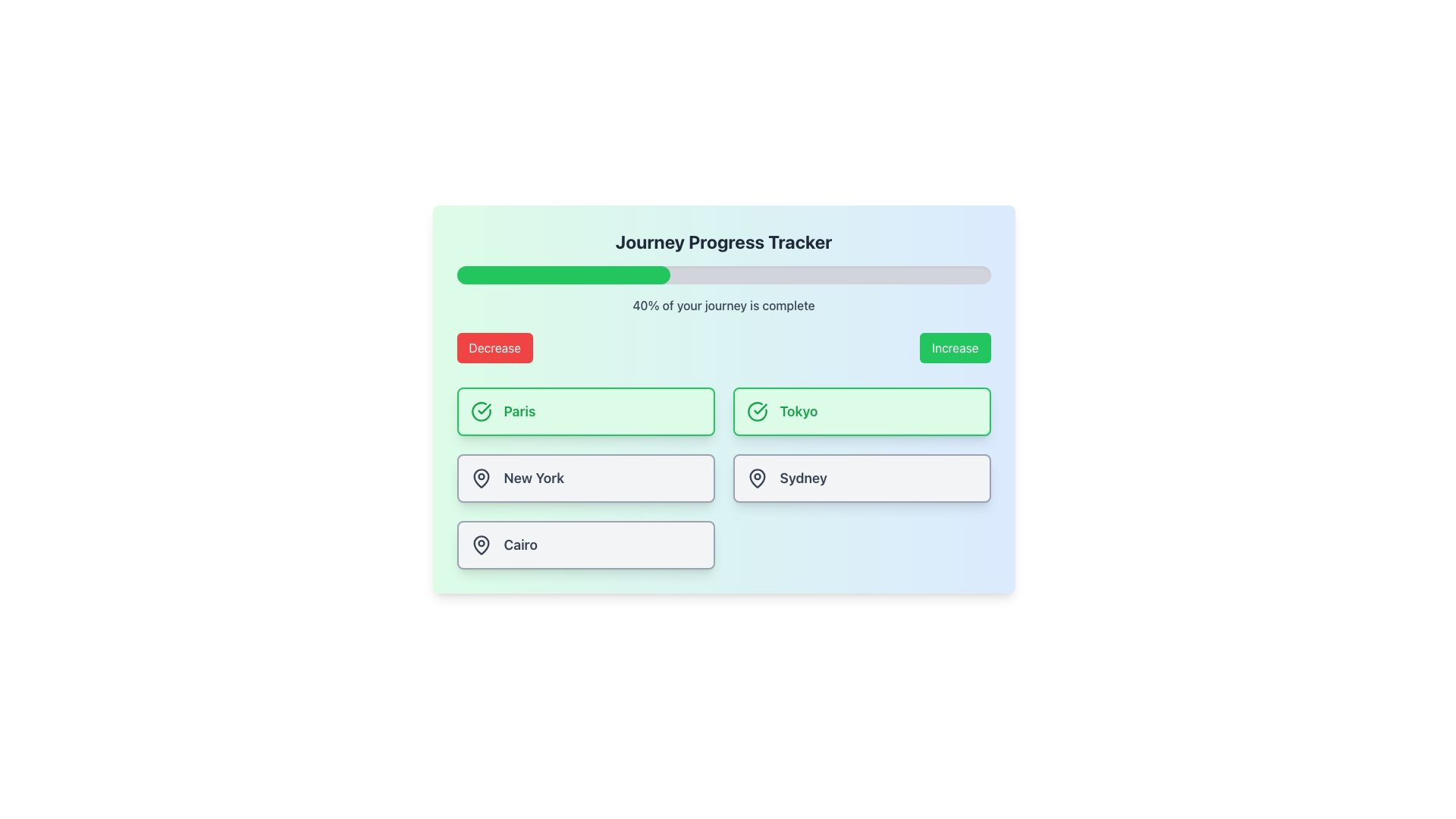 The height and width of the screenshot is (819, 1456). What do you see at coordinates (757, 479) in the screenshot?
I see `the map pin icon representing the geographical location of Sydney` at bounding box center [757, 479].